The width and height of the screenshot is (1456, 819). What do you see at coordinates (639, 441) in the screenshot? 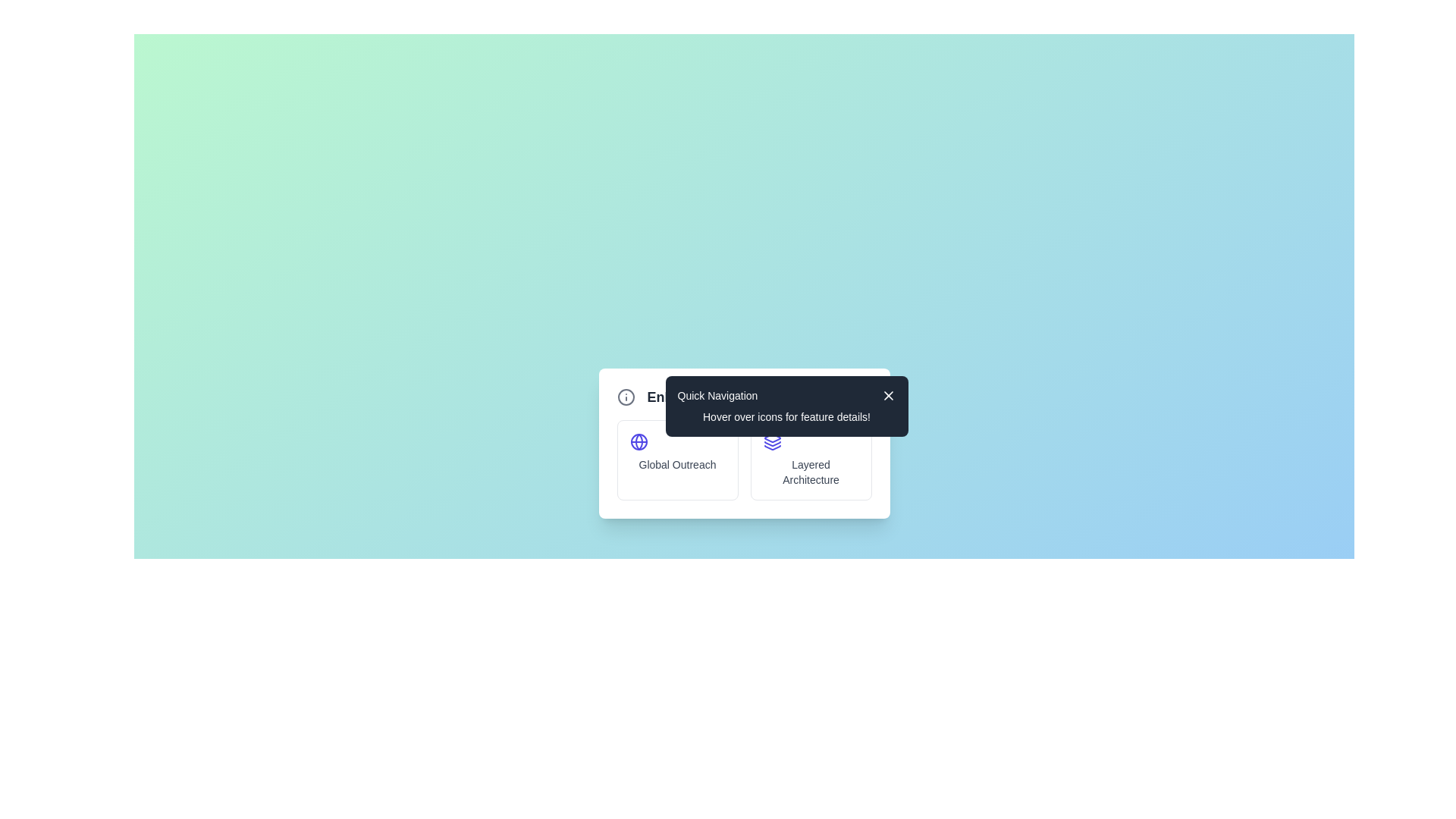
I see `the rounded globe icon with stylized longitude and latitude lines, located in the 'Global Outreach' section above the corresponding text` at bounding box center [639, 441].